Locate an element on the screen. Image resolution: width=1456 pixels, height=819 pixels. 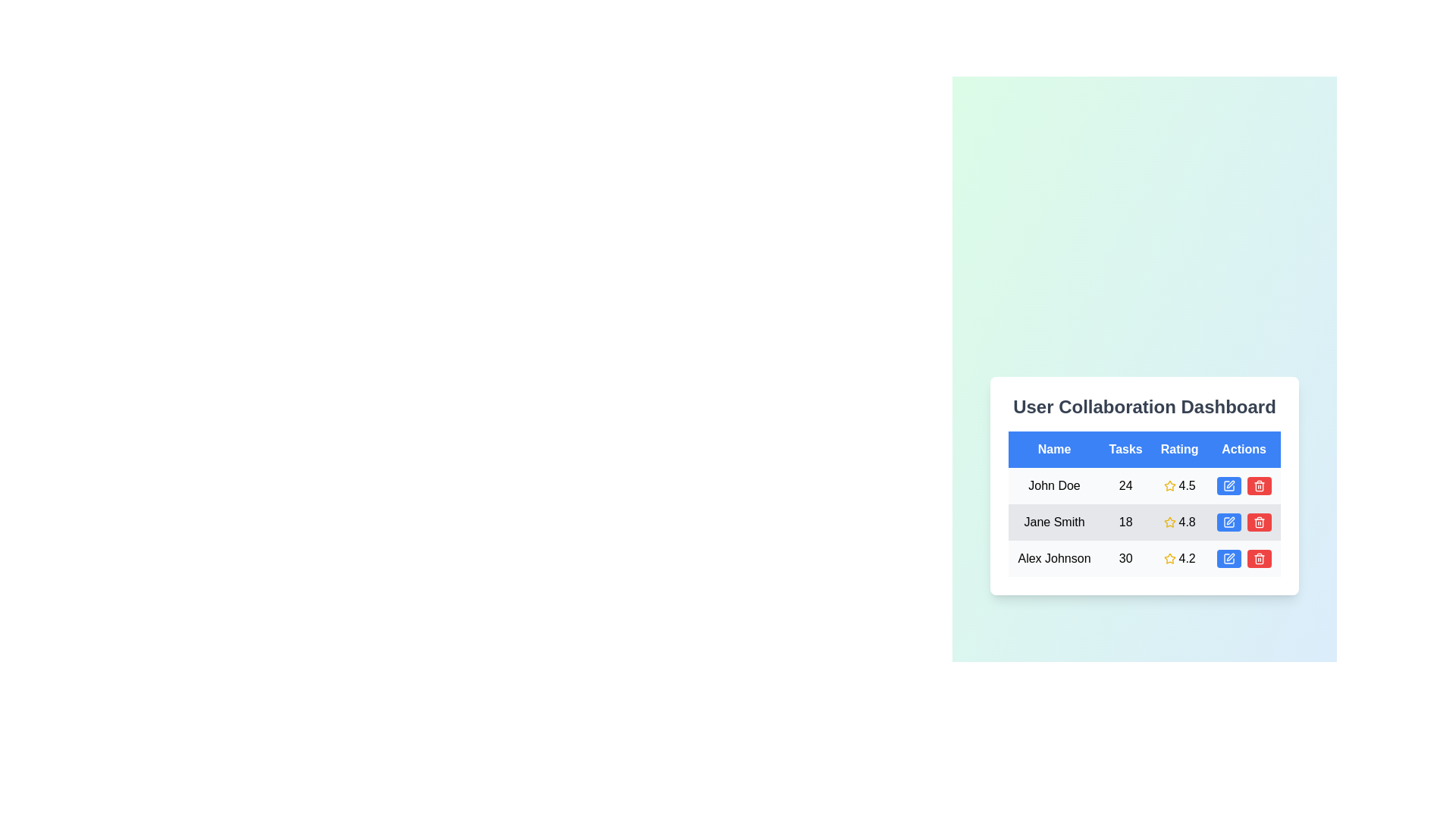
the header text label that identifies the user collaboration section in the dashboard interface is located at coordinates (1144, 406).